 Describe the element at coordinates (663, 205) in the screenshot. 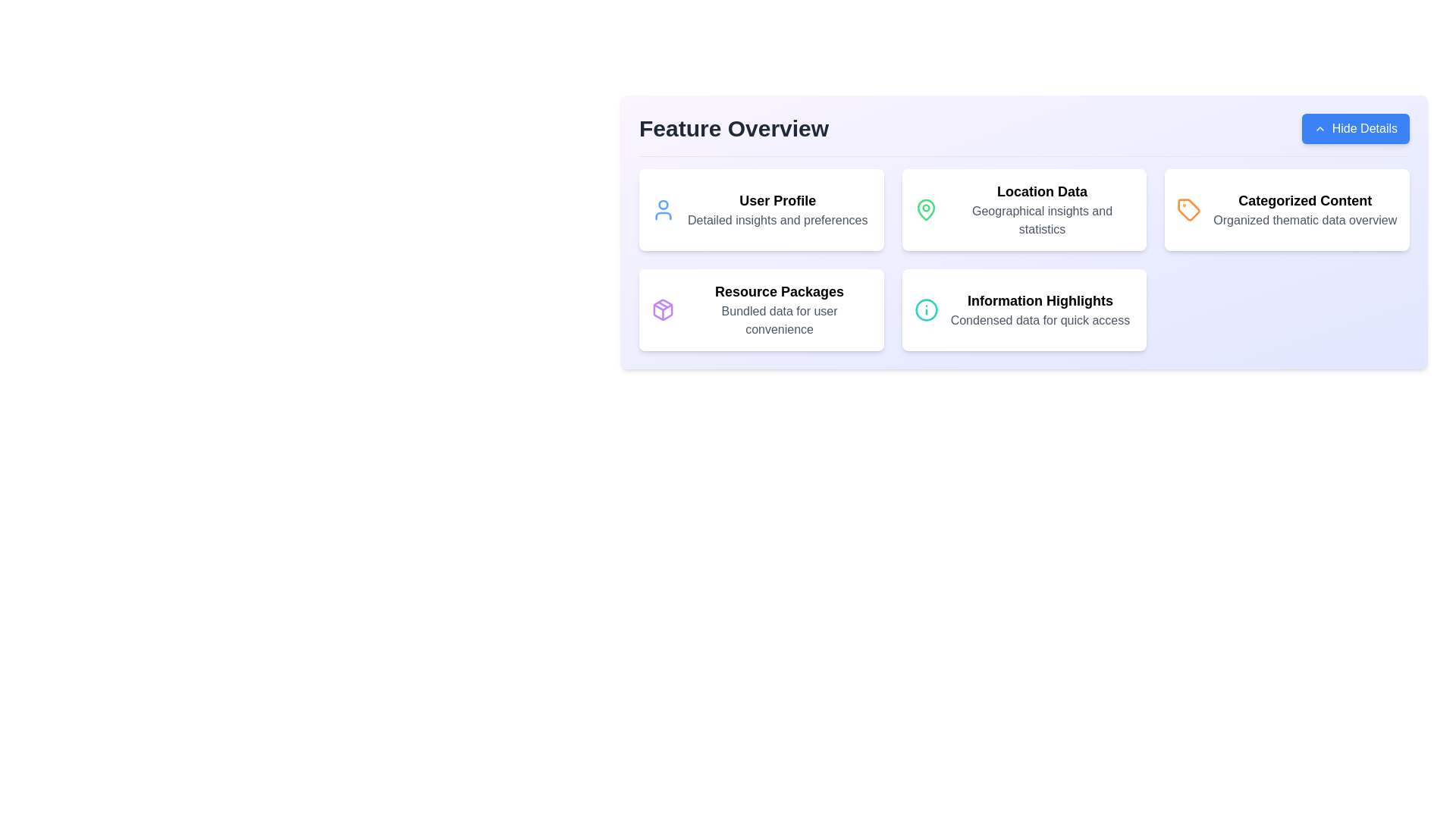

I see `the 'User Profile' feature by clicking on the SVG circle representing the user's head, located in the top-left section of the feature overview grid` at that location.